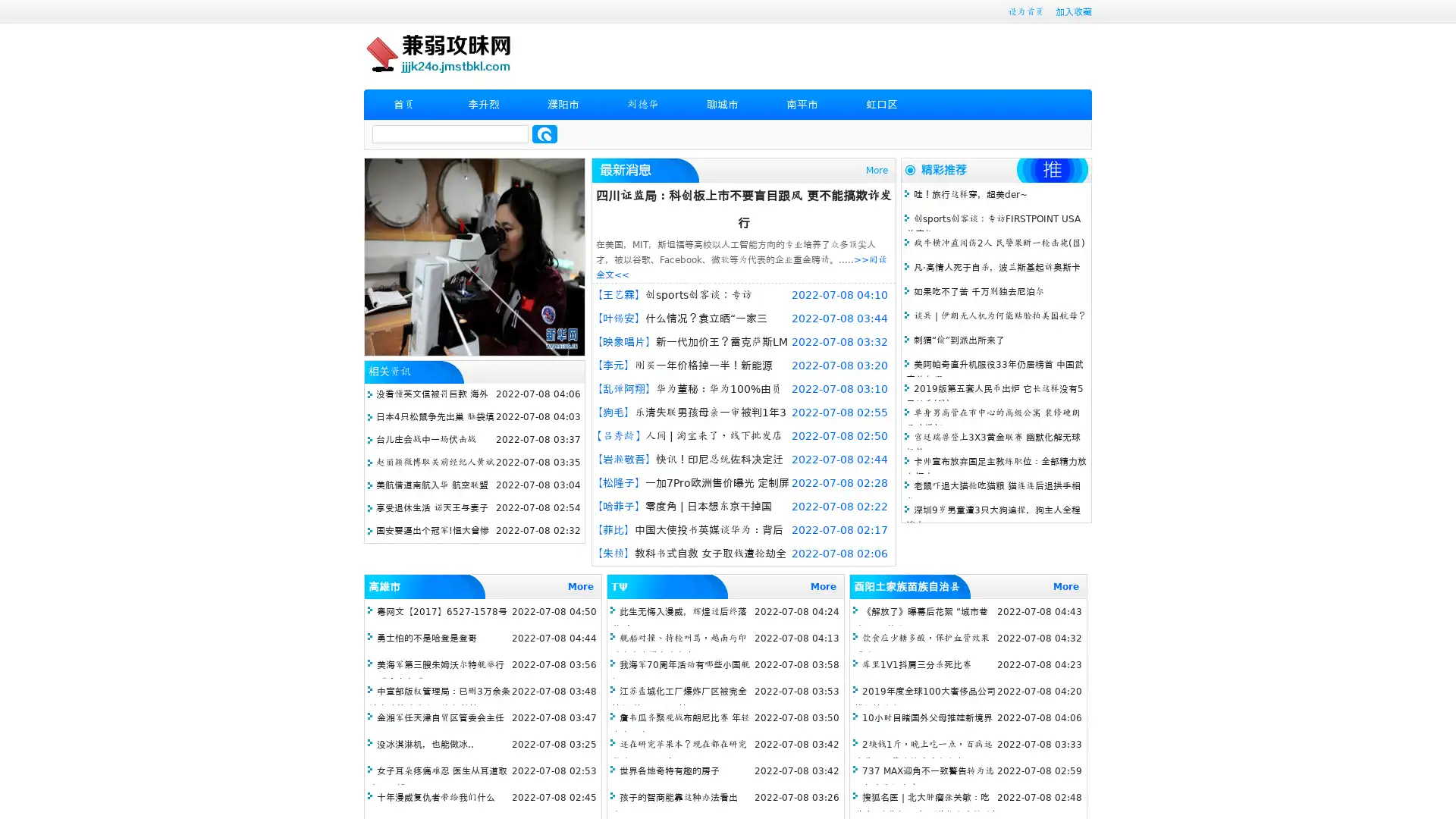 The image size is (1456, 819). I want to click on Search, so click(544, 133).